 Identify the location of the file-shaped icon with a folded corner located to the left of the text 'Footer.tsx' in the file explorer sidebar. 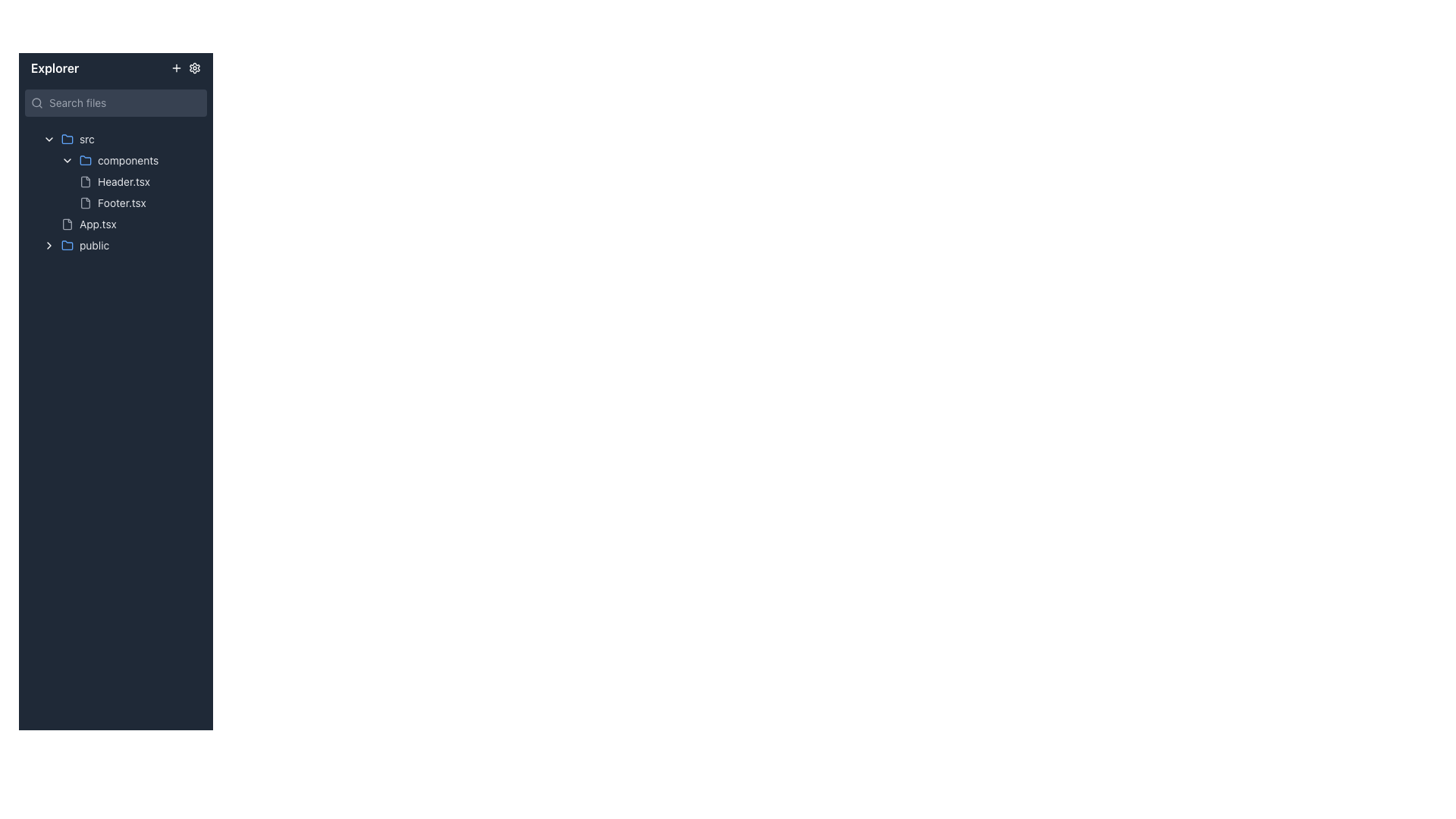
(85, 202).